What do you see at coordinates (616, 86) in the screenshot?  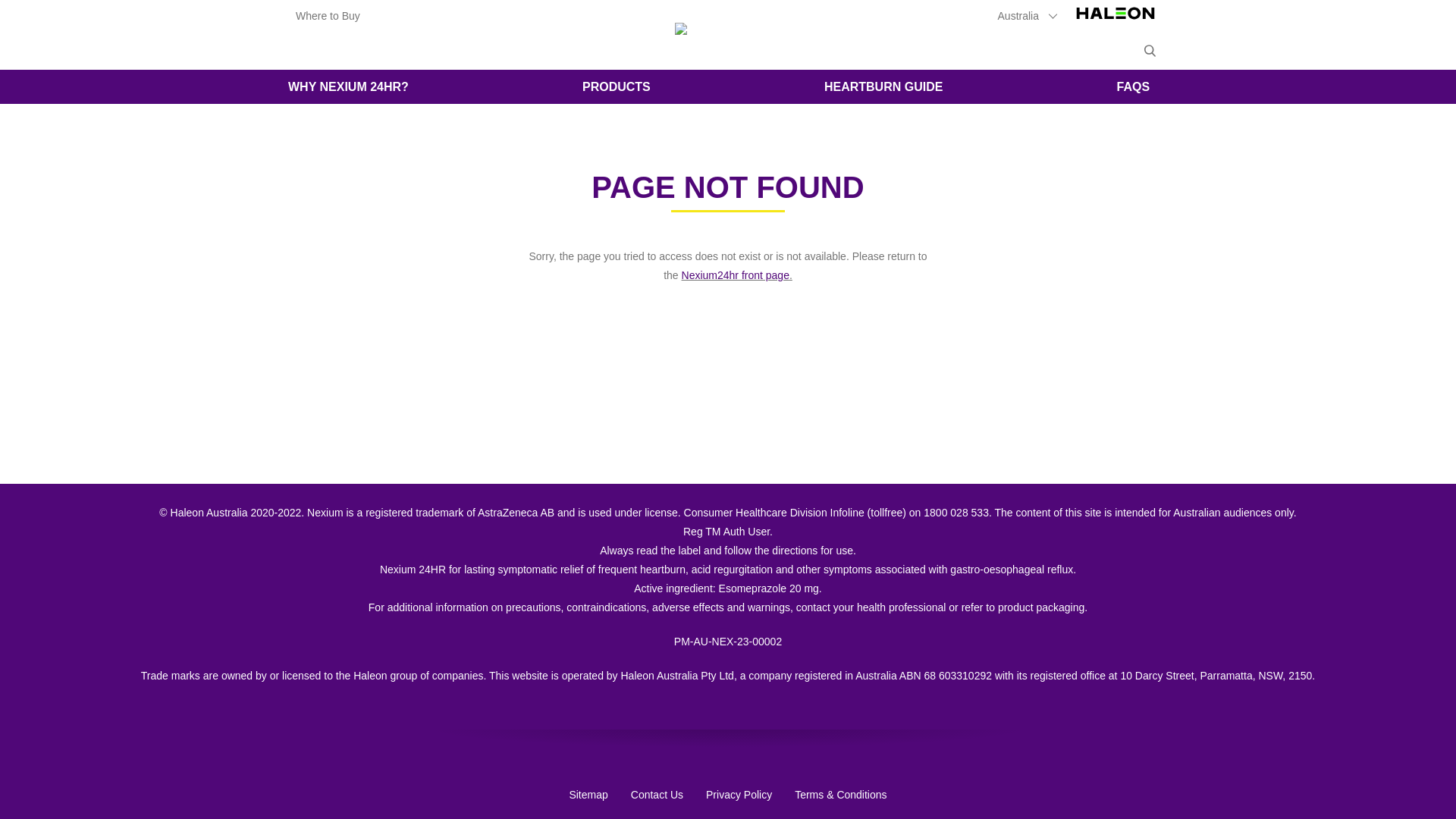 I see `'PRODUCTS'` at bounding box center [616, 86].